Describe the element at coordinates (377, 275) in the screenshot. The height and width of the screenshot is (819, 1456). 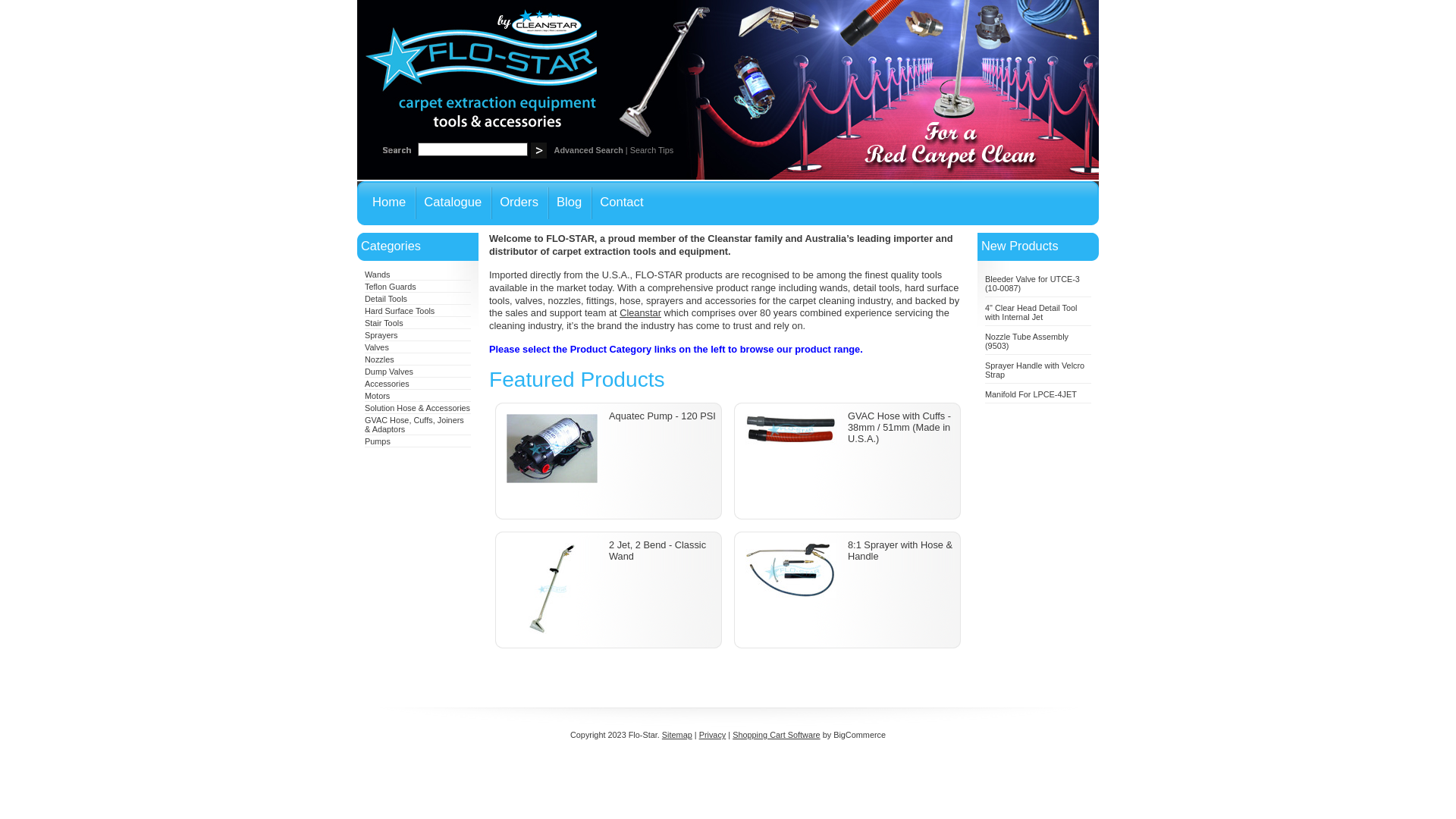
I see `'Wands'` at that location.